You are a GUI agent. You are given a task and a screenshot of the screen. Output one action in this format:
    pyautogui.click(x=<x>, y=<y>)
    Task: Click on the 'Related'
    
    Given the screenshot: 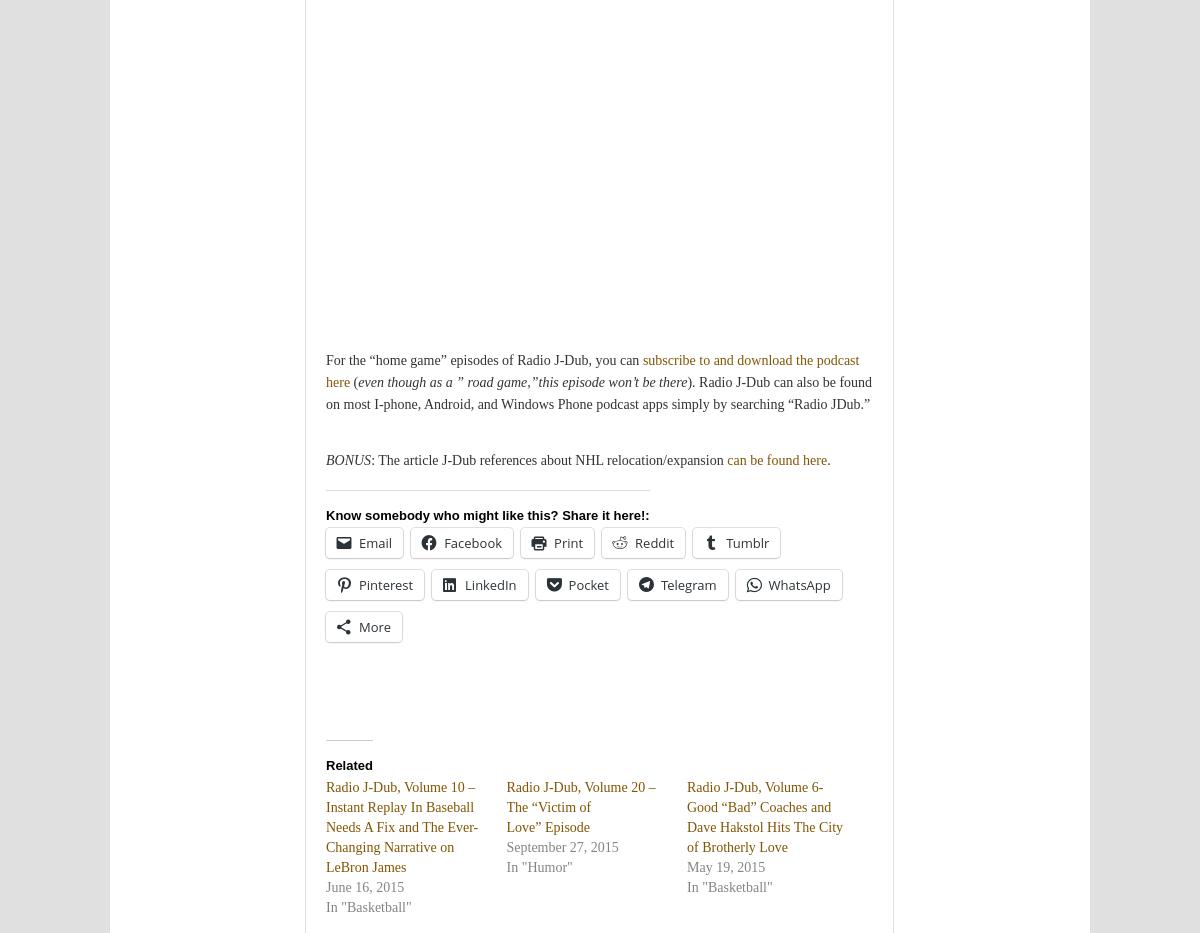 What is the action you would take?
    pyautogui.click(x=326, y=764)
    